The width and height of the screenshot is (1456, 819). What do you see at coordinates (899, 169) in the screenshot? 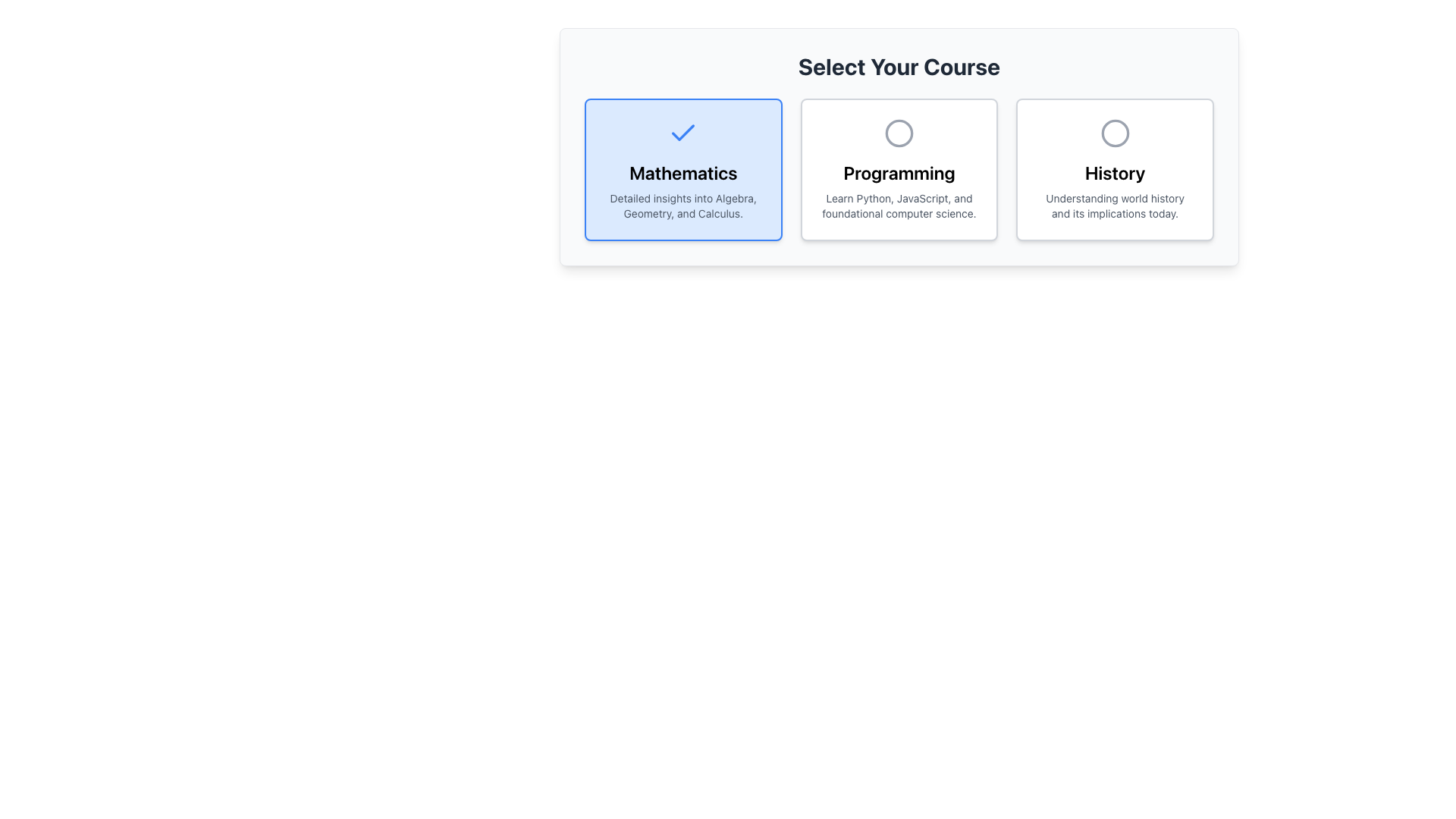
I see `the second card item in the grid layout` at bounding box center [899, 169].